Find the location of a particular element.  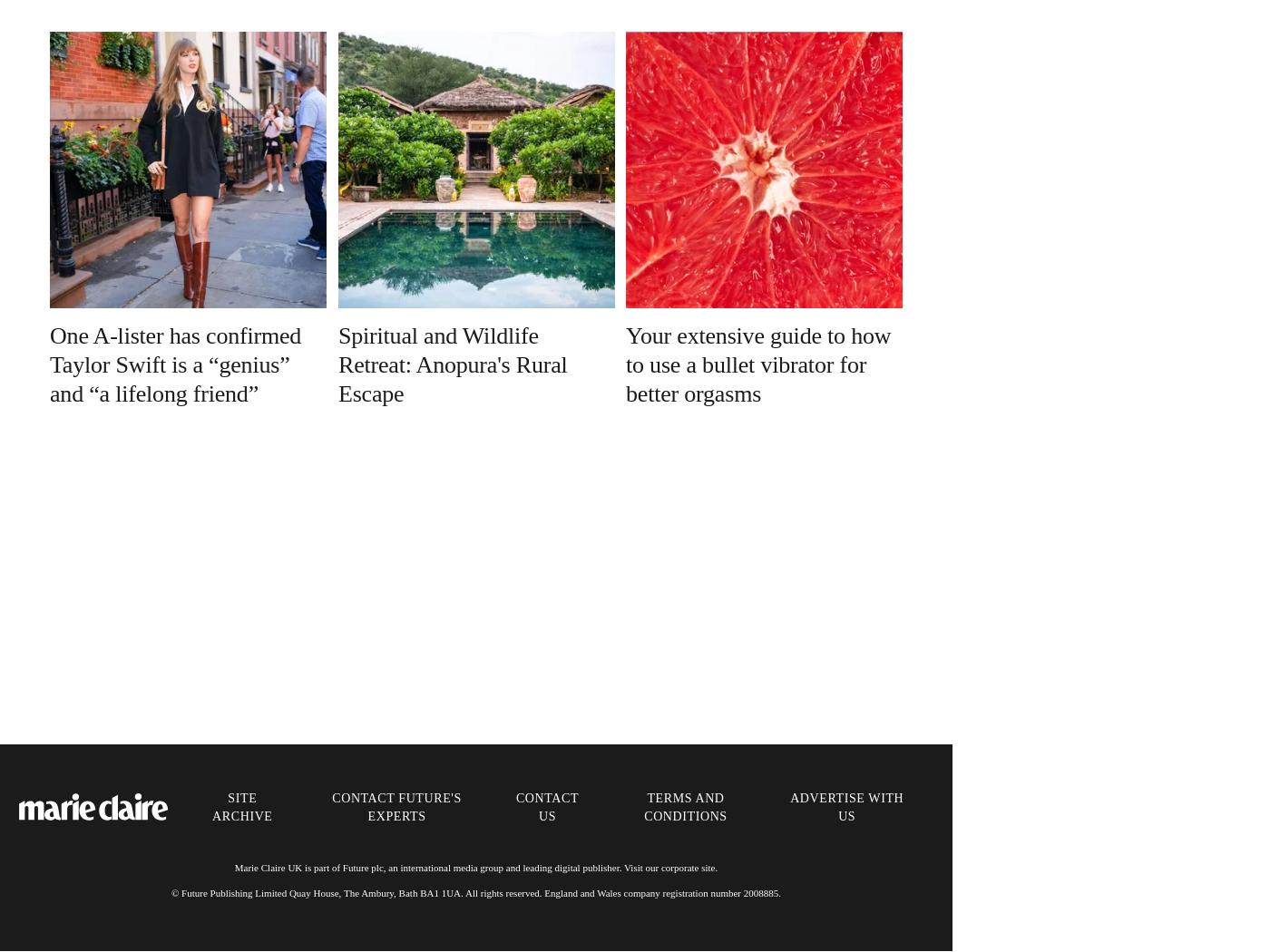

'Terms and conditions' is located at coordinates (685, 805).